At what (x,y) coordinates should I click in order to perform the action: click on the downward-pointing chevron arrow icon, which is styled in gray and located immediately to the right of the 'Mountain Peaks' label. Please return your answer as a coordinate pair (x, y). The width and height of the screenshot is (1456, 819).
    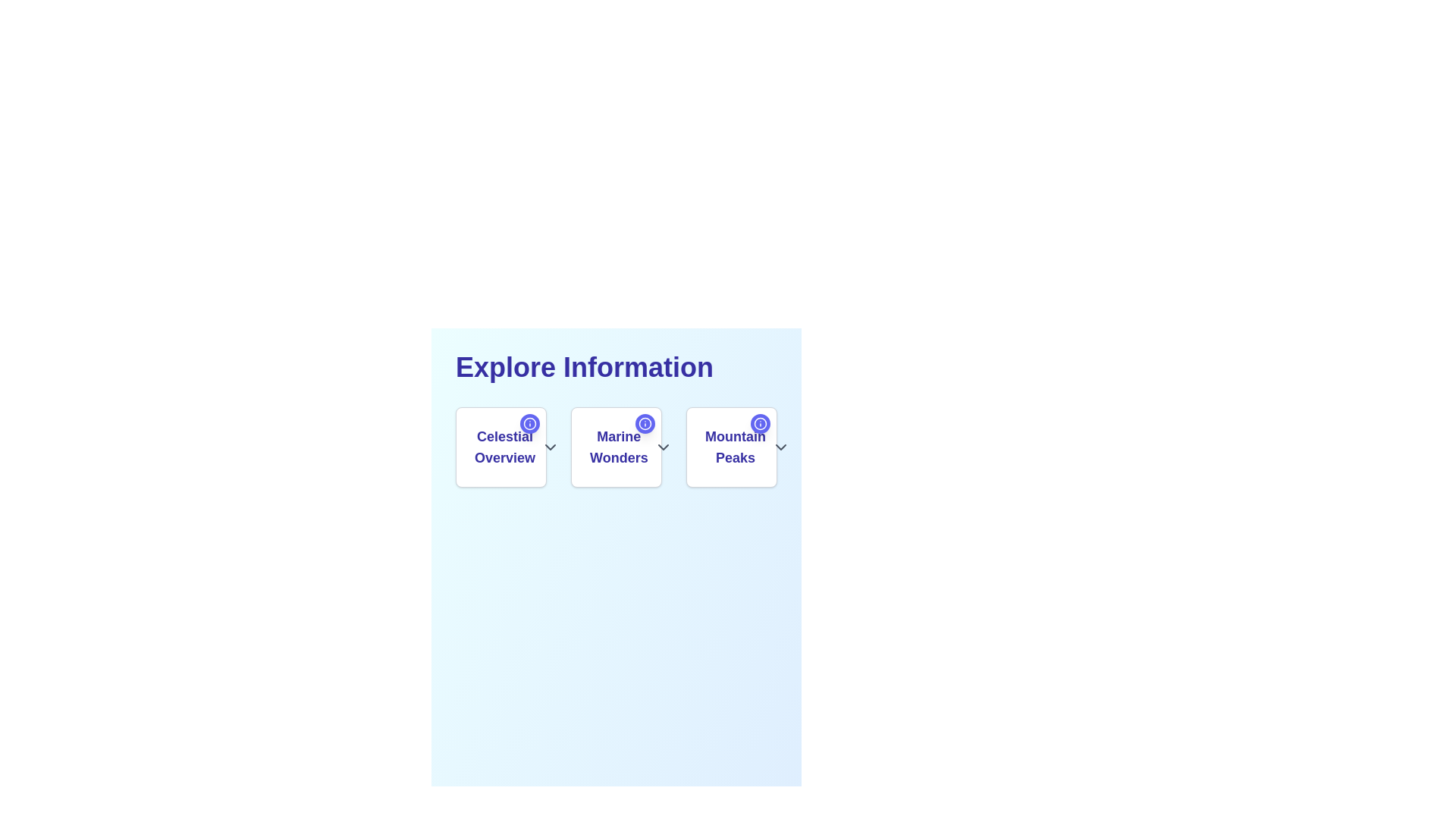
    Looking at the image, I should click on (780, 447).